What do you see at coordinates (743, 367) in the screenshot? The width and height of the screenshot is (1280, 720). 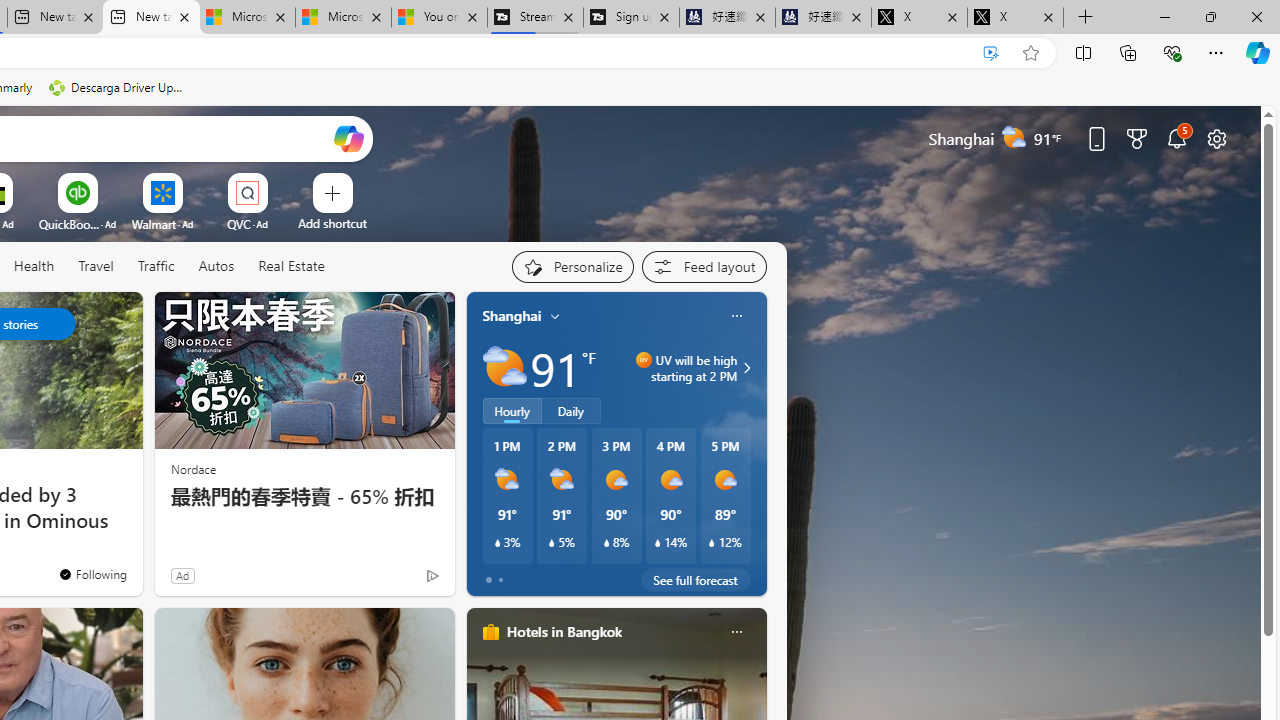 I see `'UV will be high starting at 2 PM'` at bounding box center [743, 367].